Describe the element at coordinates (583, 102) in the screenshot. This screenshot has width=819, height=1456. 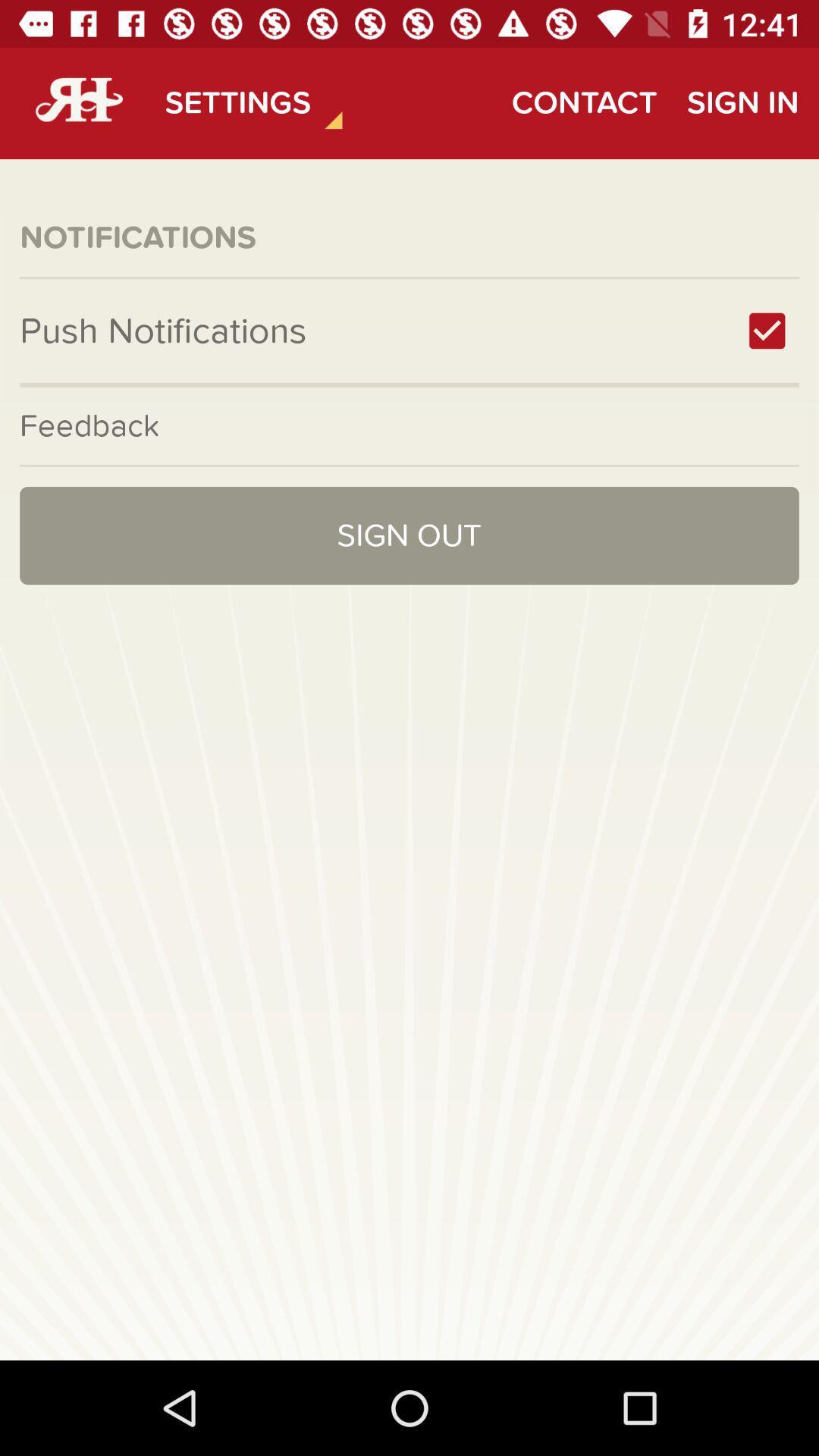
I see `contact icon` at that location.